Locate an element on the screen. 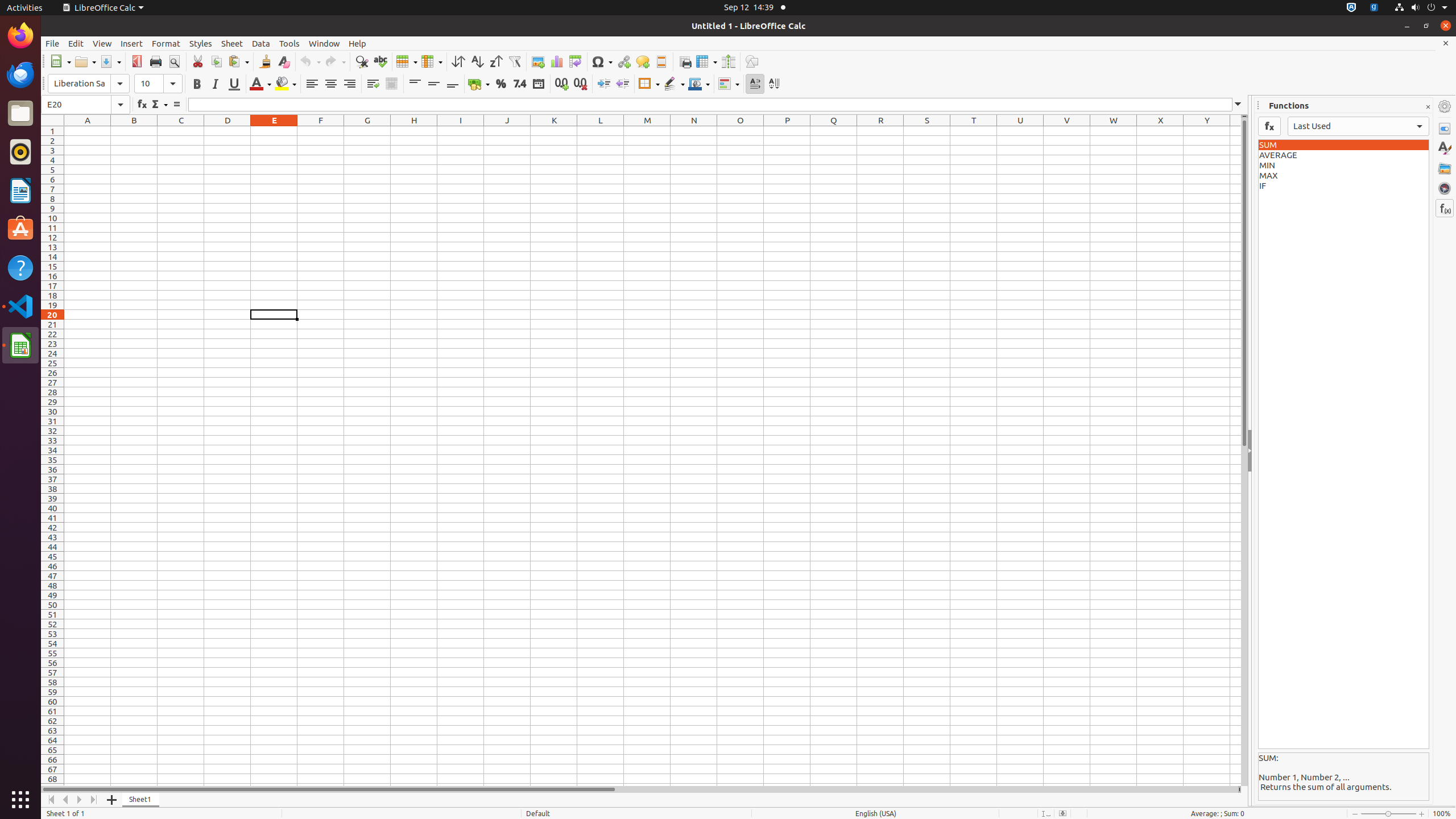  'Draw Functions' is located at coordinates (751, 61).